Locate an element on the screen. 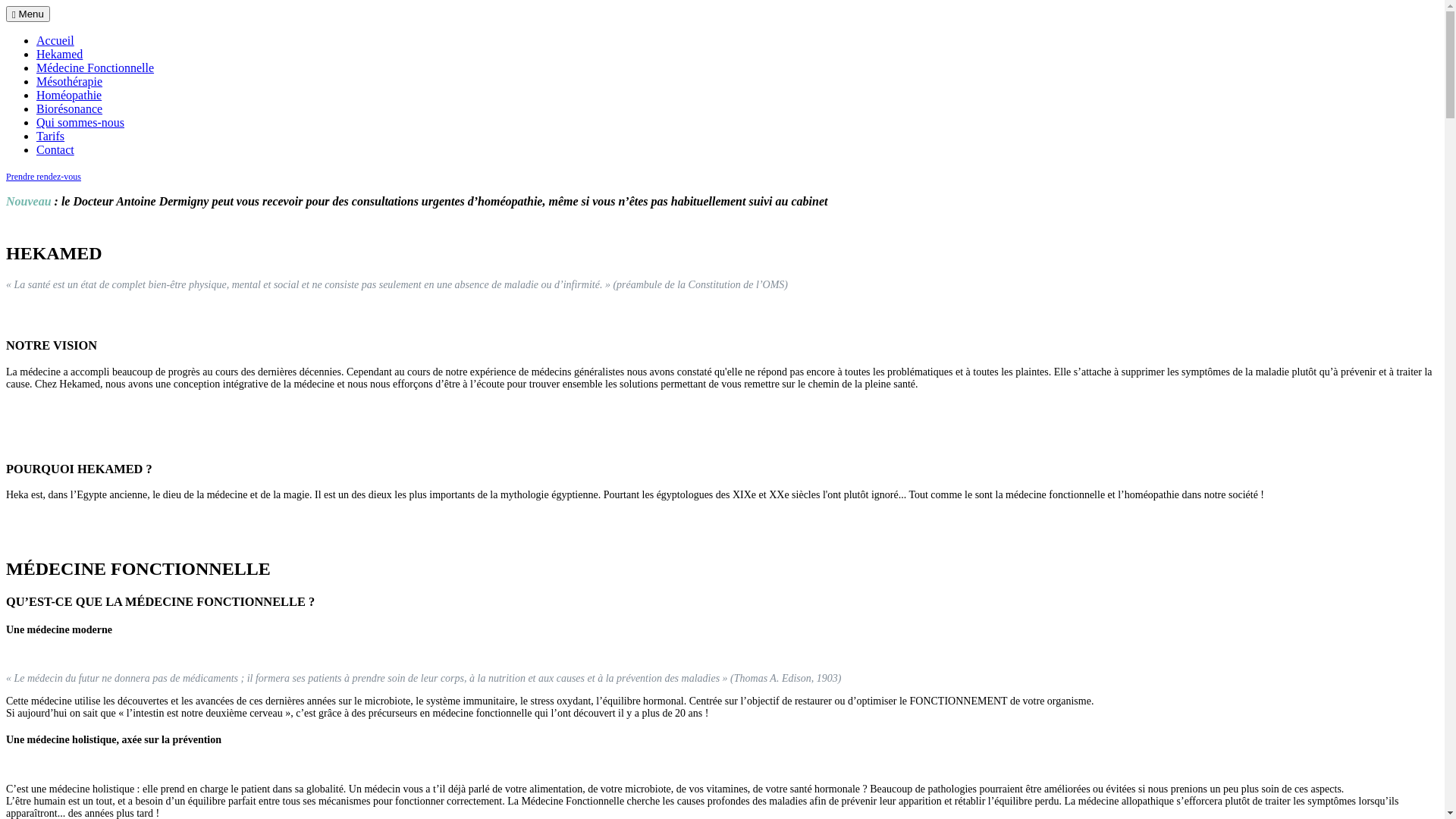 The width and height of the screenshot is (1456, 819). 'Accueil' is located at coordinates (36, 39).